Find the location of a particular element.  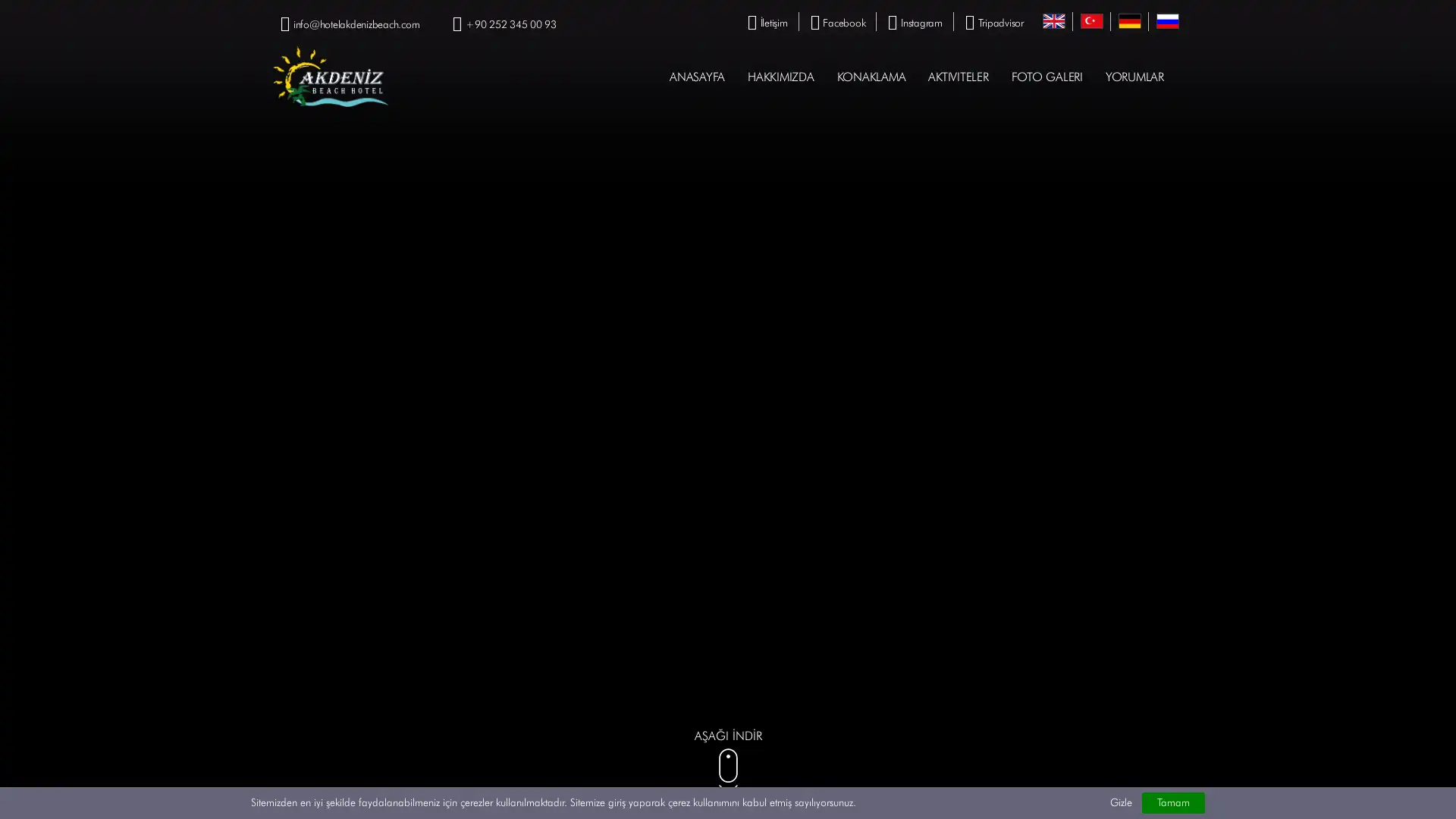

Tamam is located at coordinates (1172, 802).